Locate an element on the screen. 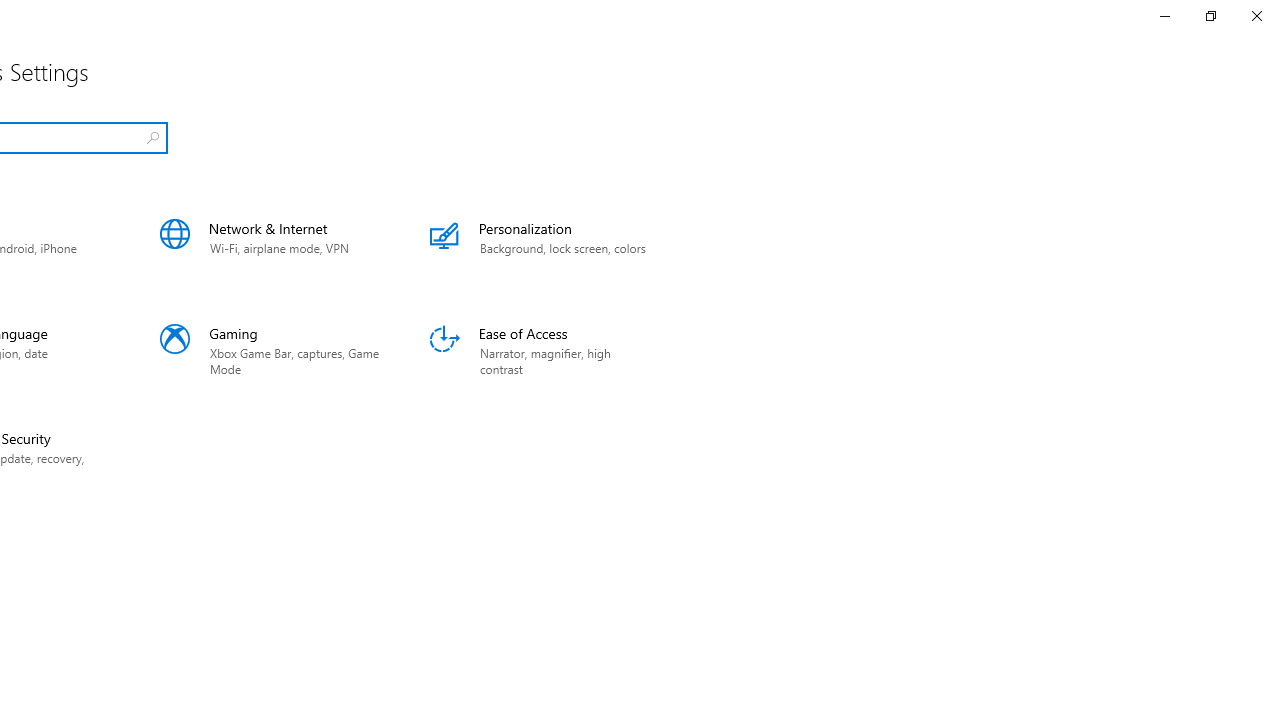 The image size is (1280, 720). 'Close Settings' is located at coordinates (1255, 15).